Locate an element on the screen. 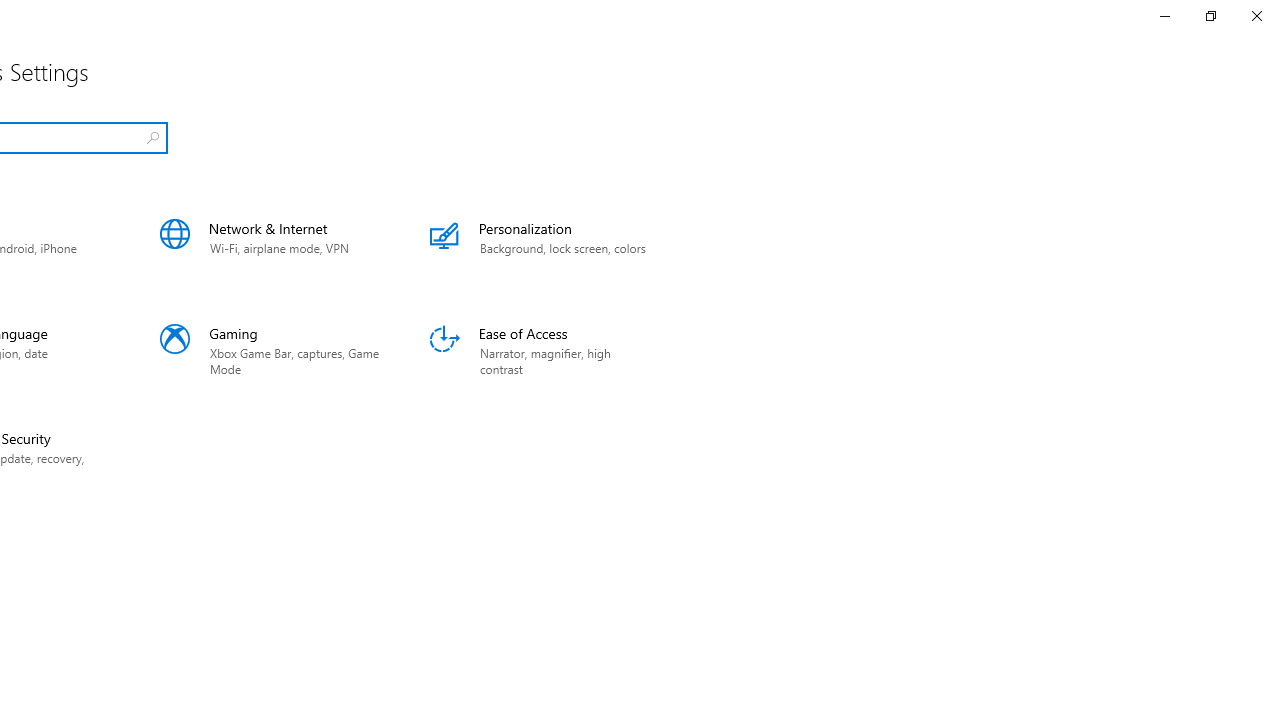 The image size is (1280, 720). 'Close Settings' is located at coordinates (1255, 15).